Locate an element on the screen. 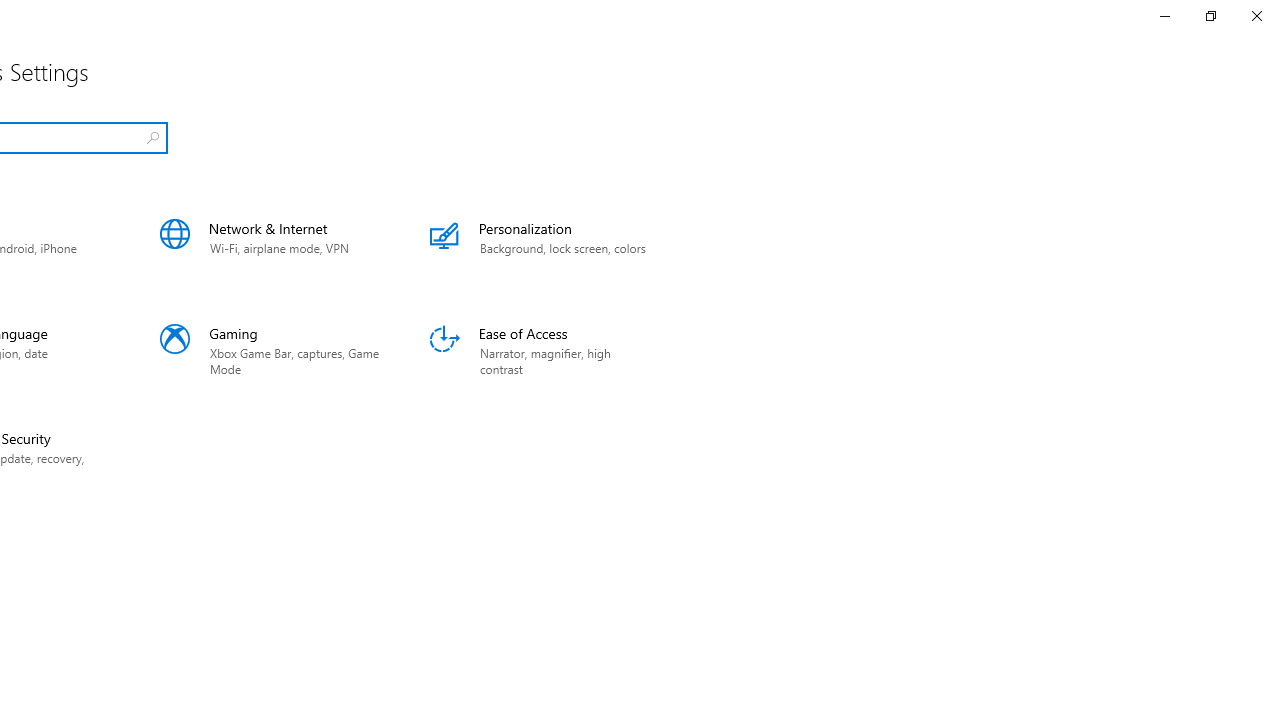 The image size is (1280, 720). 'Close Settings' is located at coordinates (1255, 15).